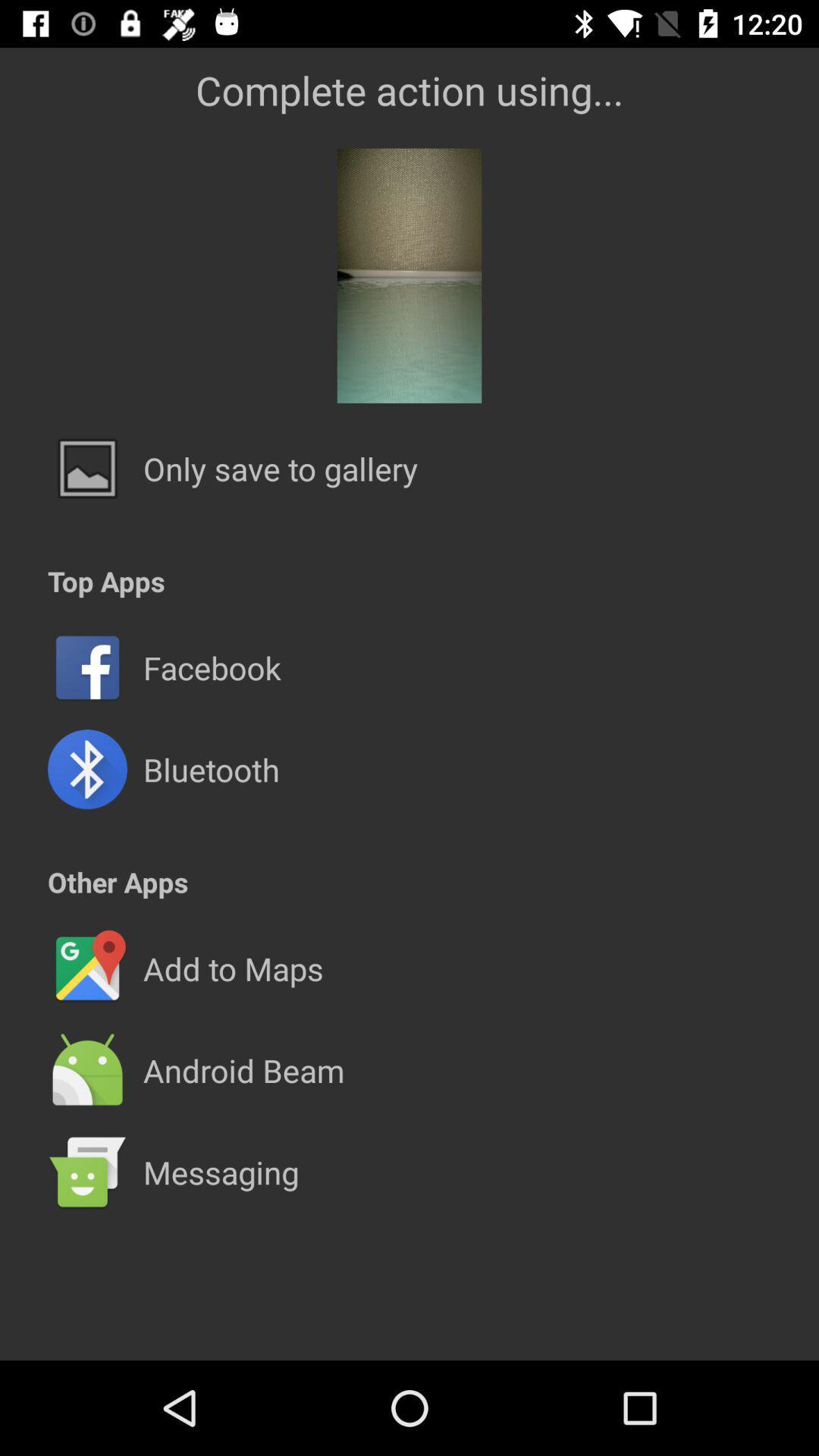 This screenshot has width=819, height=1456. What do you see at coordinates (117, 882) in the screenshot?
I see `other apps item` at bounding box center [117, 882].